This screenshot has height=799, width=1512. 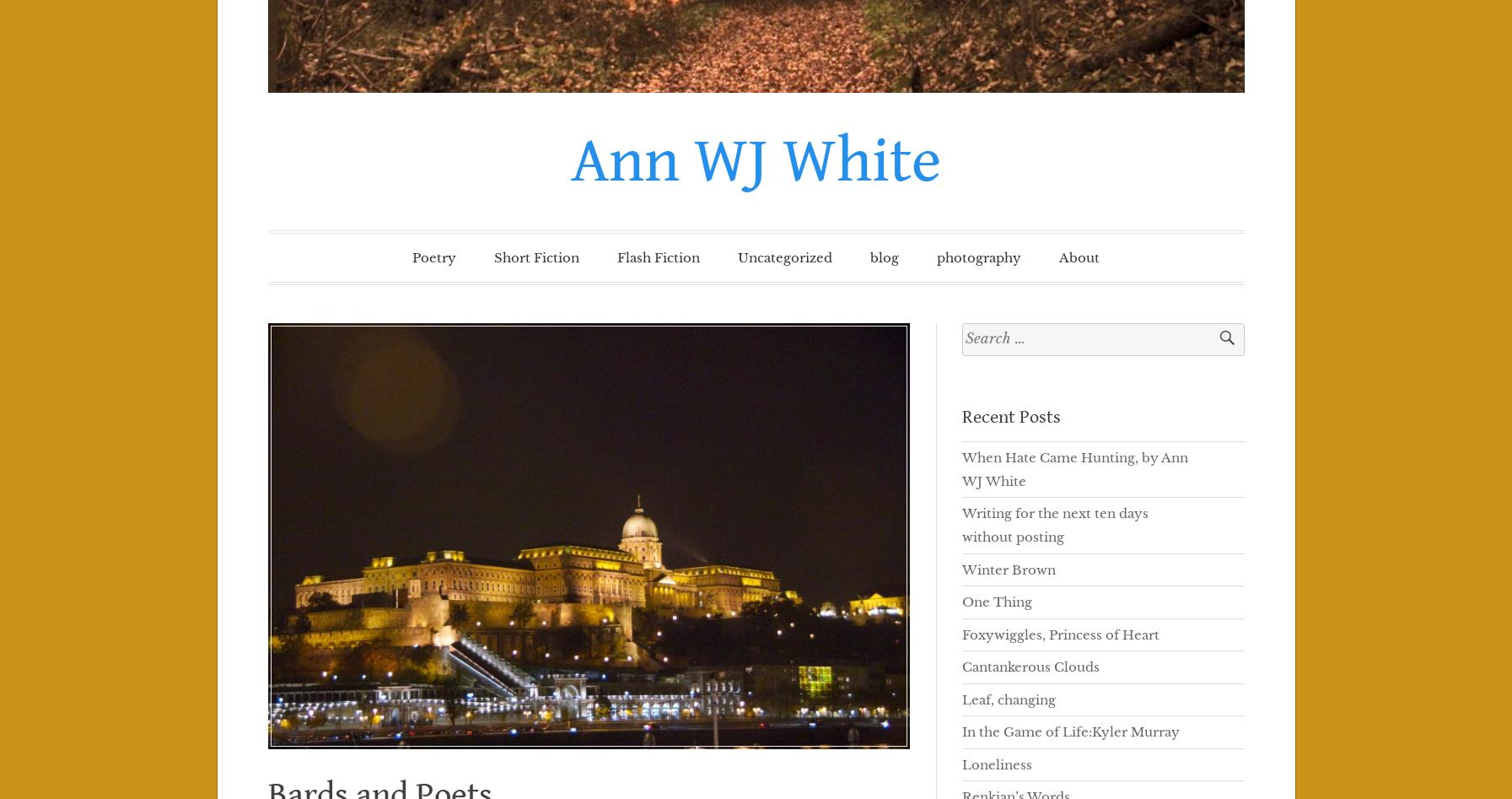 What do you see at coordinates (755, 160) in the screenshot?
I see `'Ann WJ White'` at bounding box center [755, 160].